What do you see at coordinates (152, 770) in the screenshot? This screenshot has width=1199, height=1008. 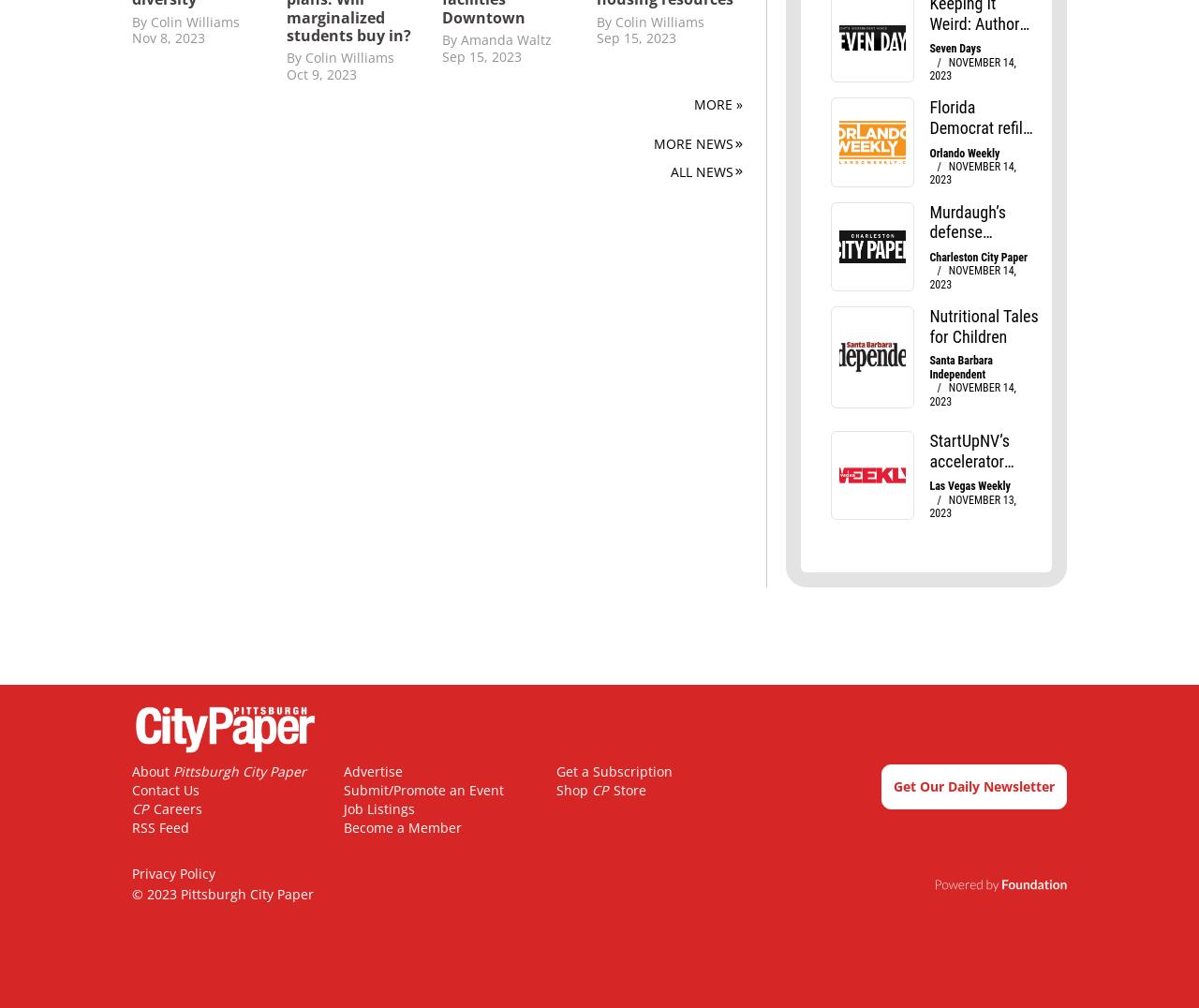 I see `'About'` at bounding box center [152, 770].